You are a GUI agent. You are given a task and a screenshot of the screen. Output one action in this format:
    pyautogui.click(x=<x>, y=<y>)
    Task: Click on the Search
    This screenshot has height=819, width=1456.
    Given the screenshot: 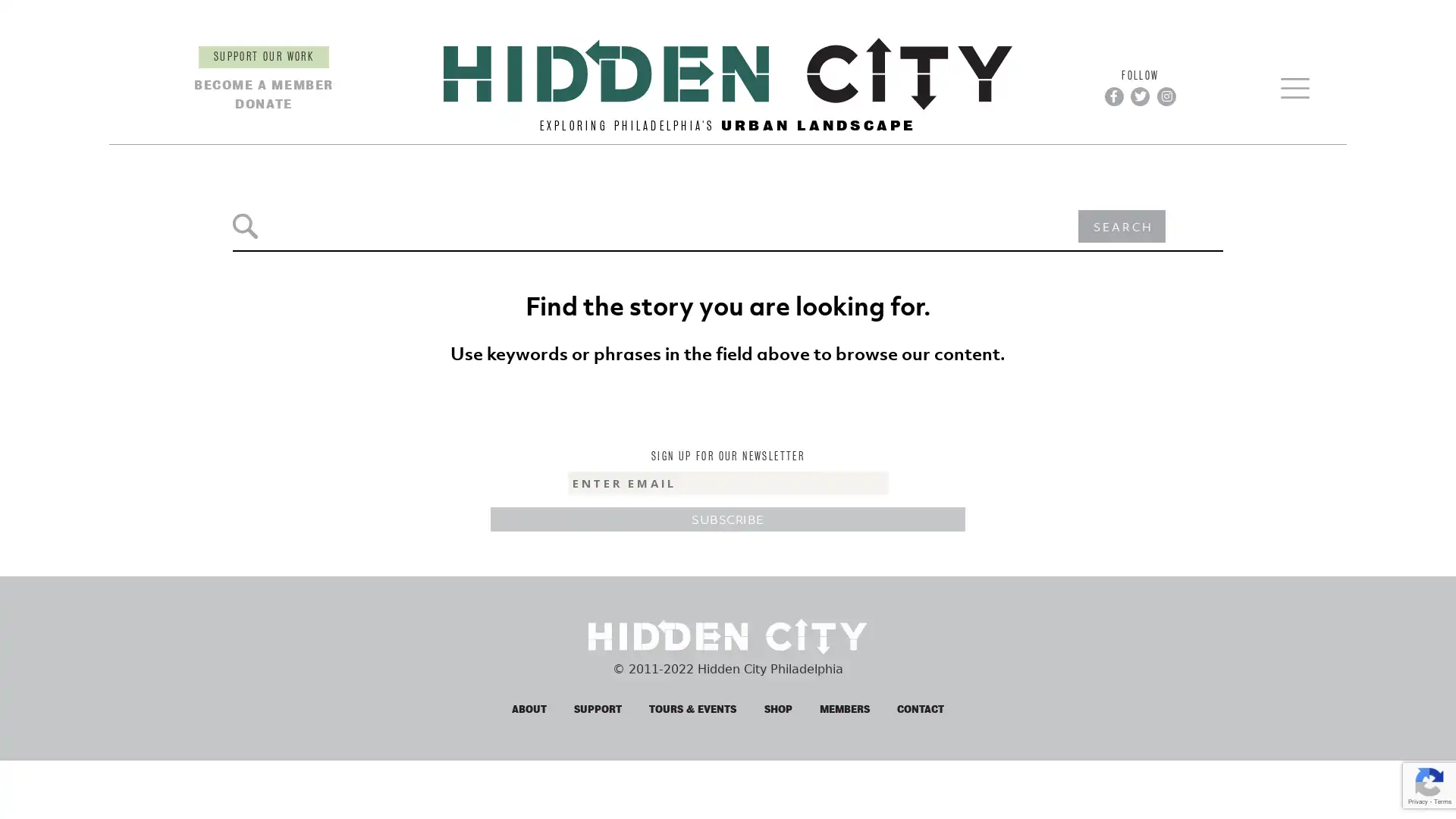 What is the action you would take?
    pyautogui.click(x=245, y=65)
    